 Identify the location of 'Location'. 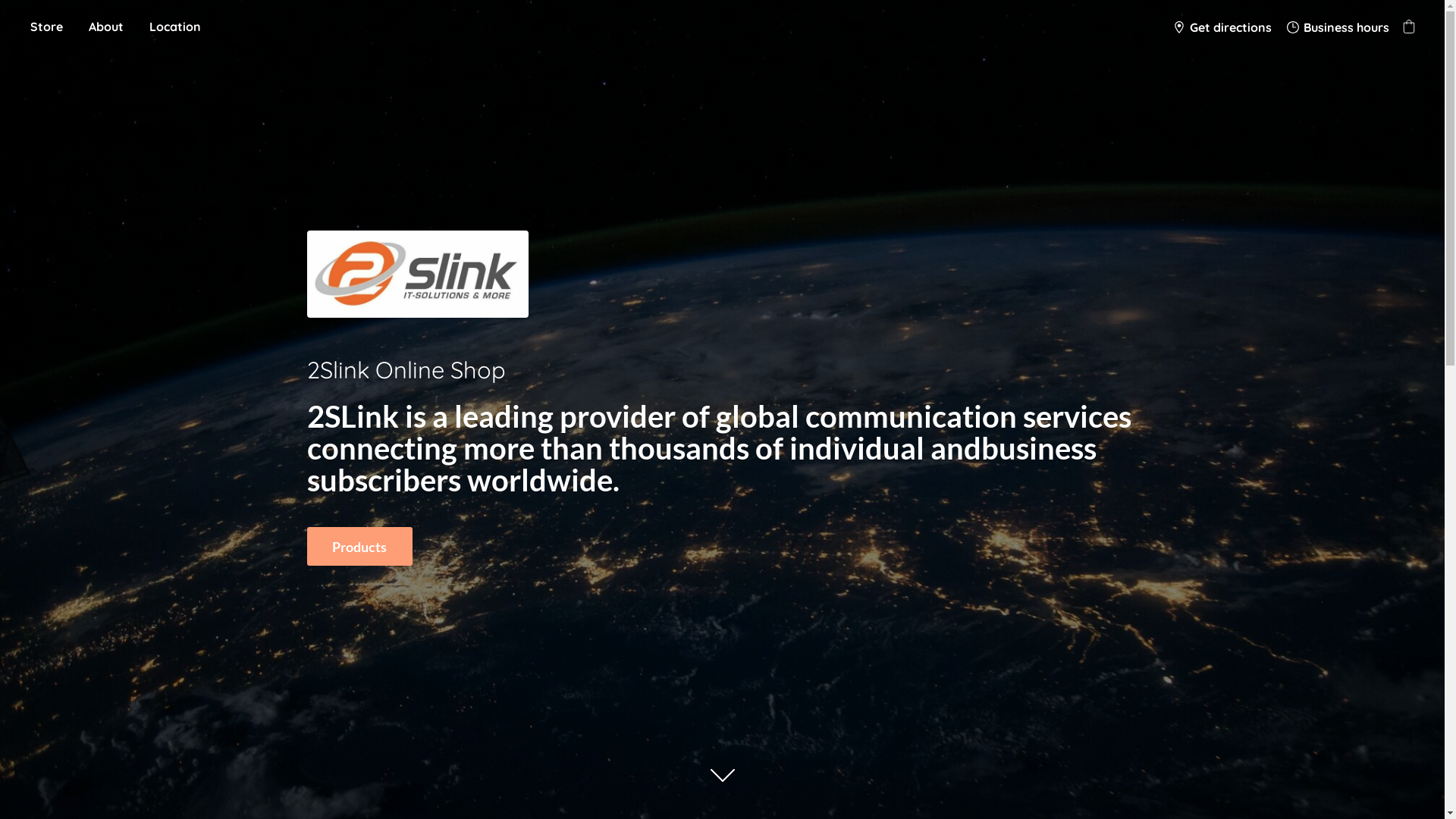
(174, 27).